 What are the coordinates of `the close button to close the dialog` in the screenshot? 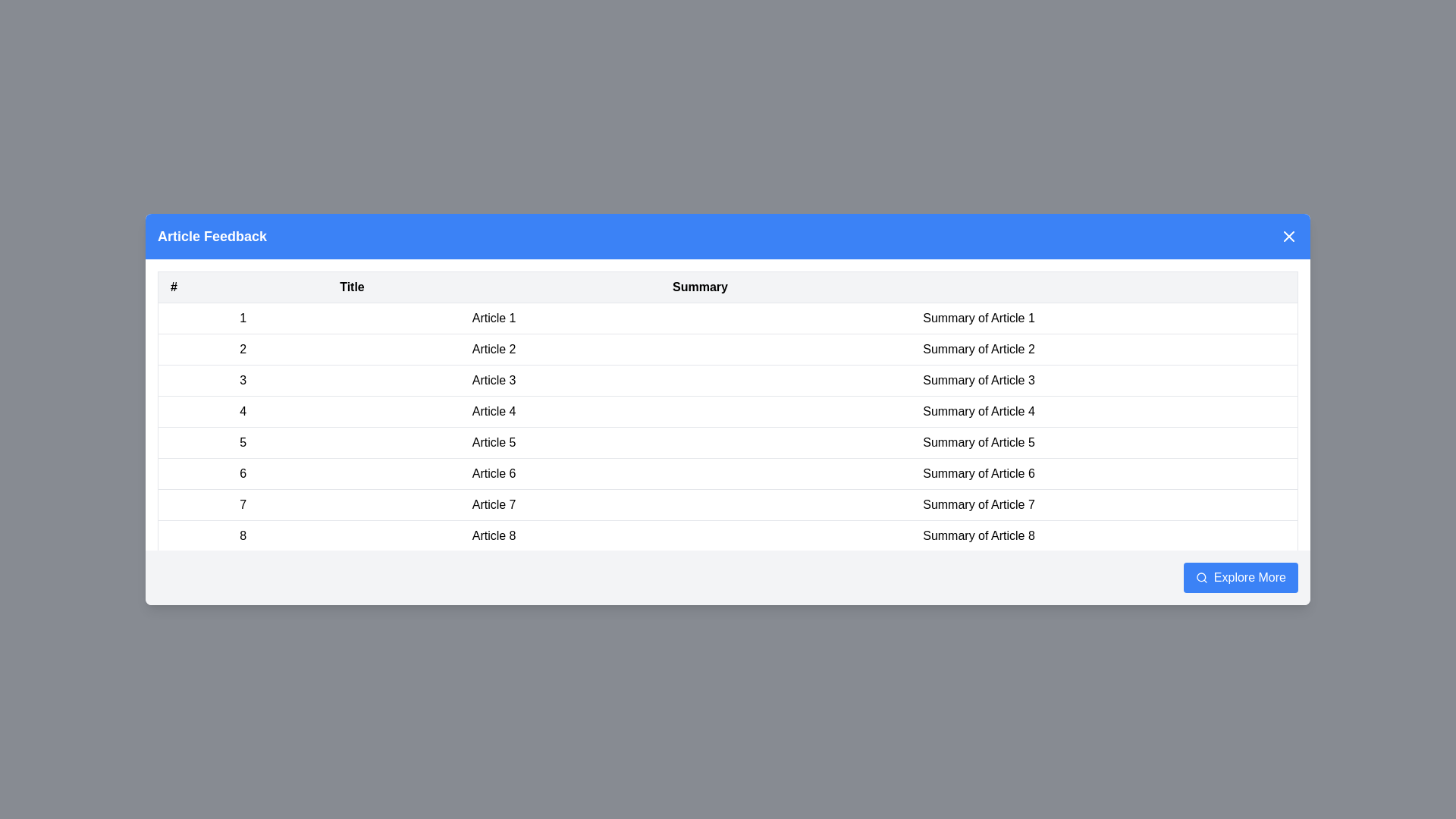 It's located at (1288, 237).